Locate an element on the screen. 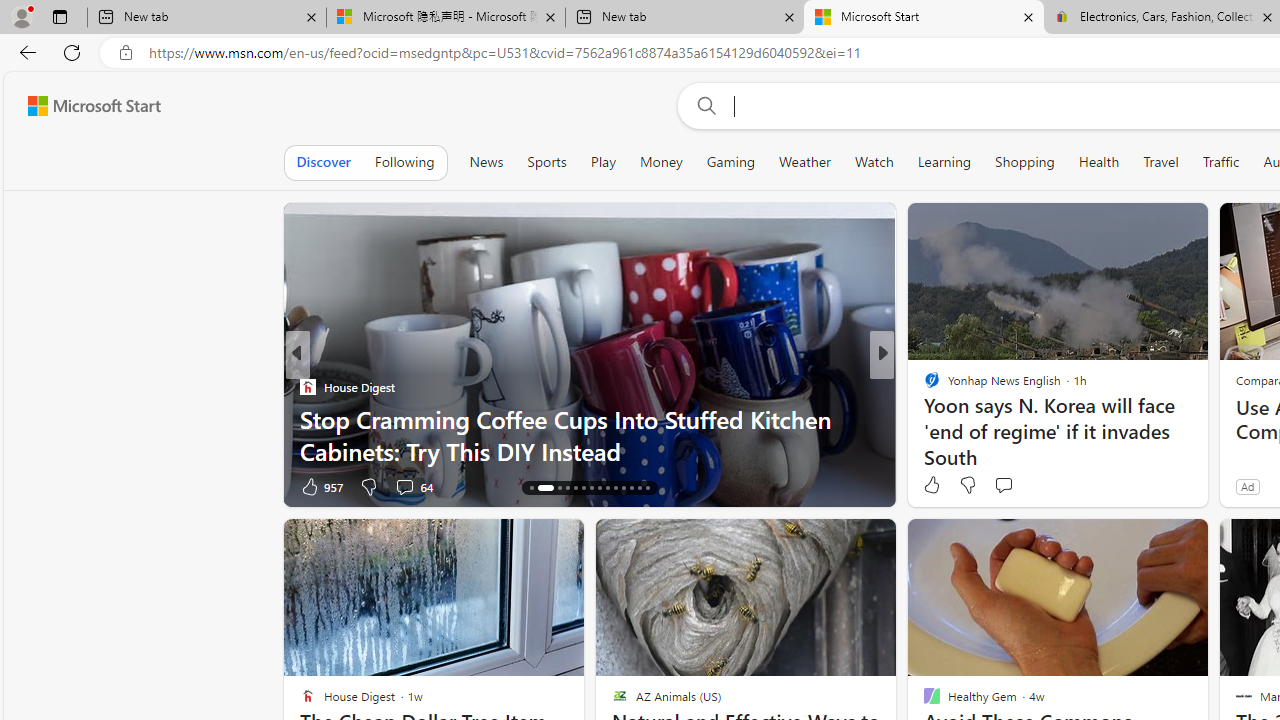  'View comments 18 Comment' is located at coordinates (1020, 486).